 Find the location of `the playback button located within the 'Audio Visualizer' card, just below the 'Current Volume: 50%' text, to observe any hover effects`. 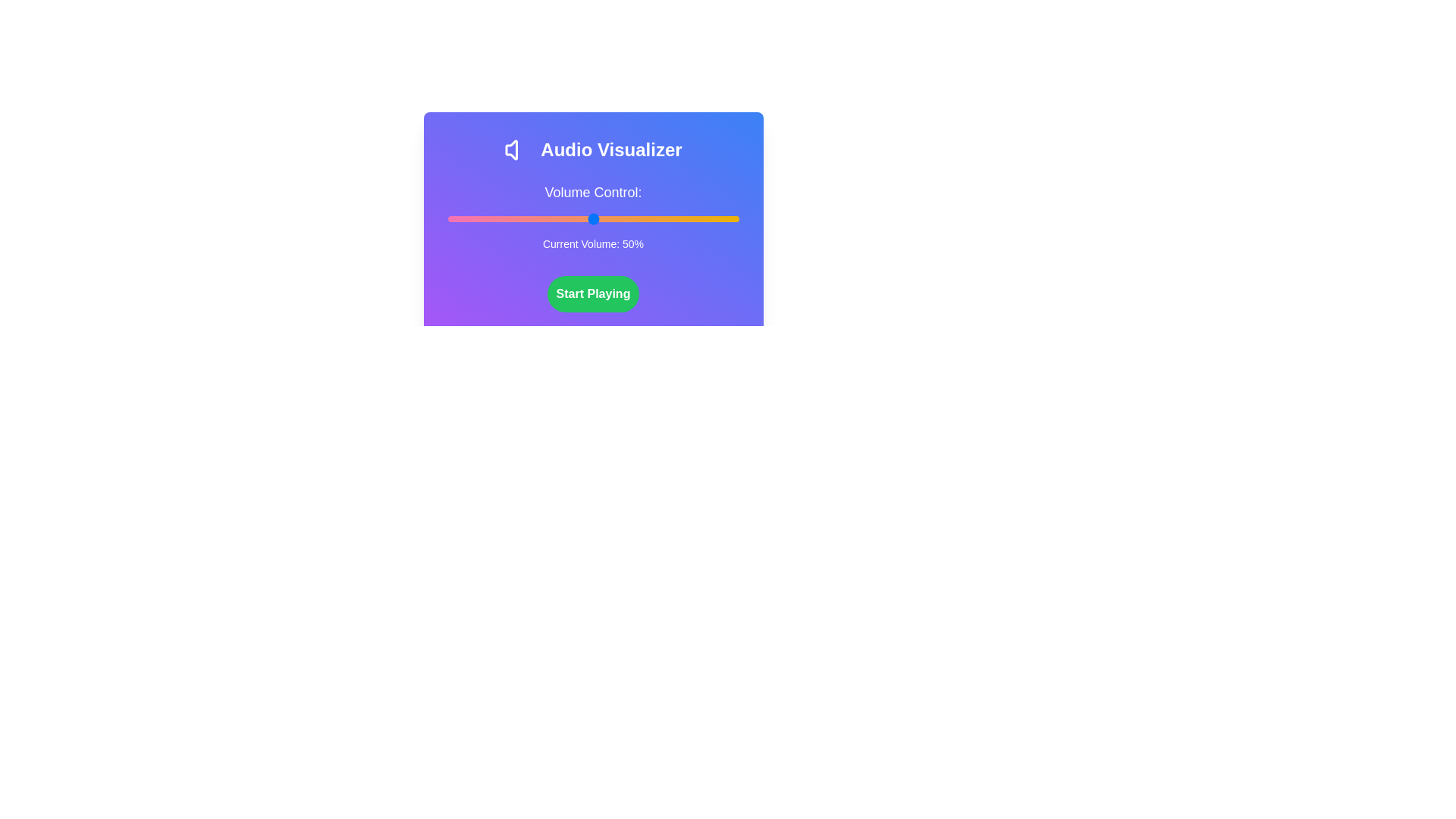

the playback button located within the 'Audio Visualizer' card, just below the 'Current Volume: 50%' text, to observe any hover effects is located at coordinates (592, 294).